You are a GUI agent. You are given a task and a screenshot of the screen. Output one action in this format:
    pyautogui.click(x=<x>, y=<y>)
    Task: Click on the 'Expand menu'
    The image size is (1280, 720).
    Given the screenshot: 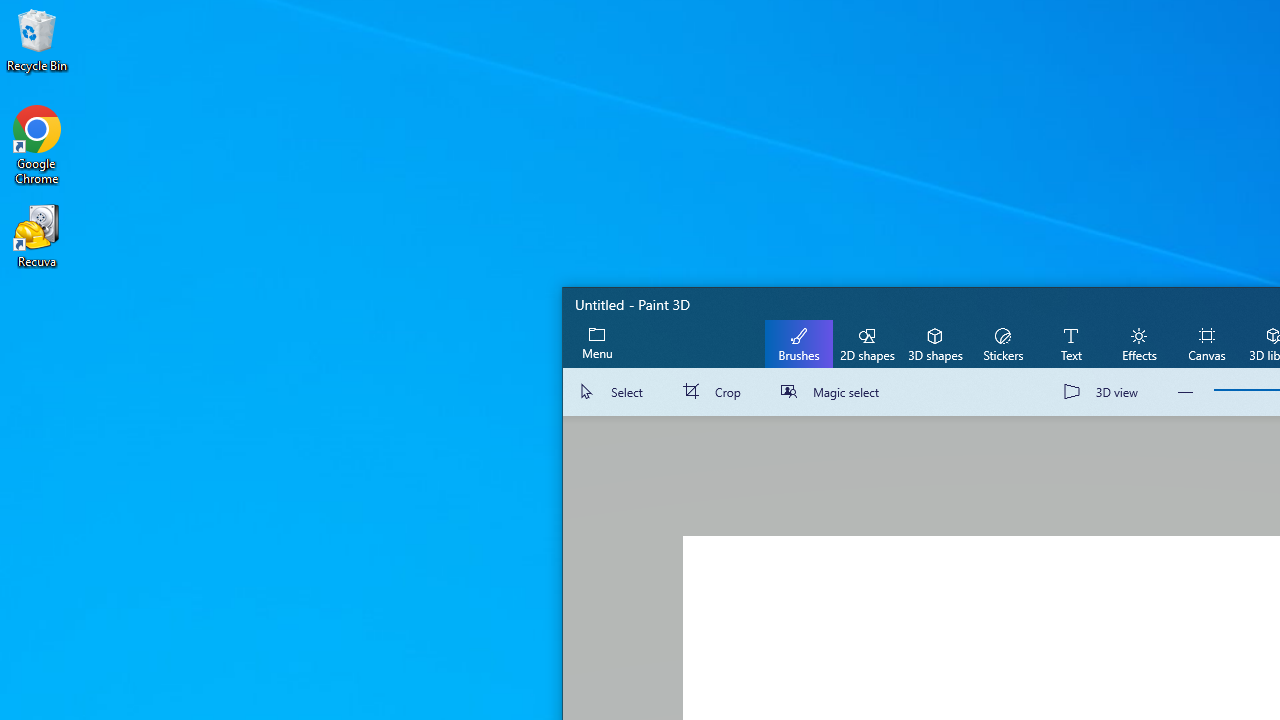 What is the action you would take?
    pyautogui.click(x=596, y=342)
    